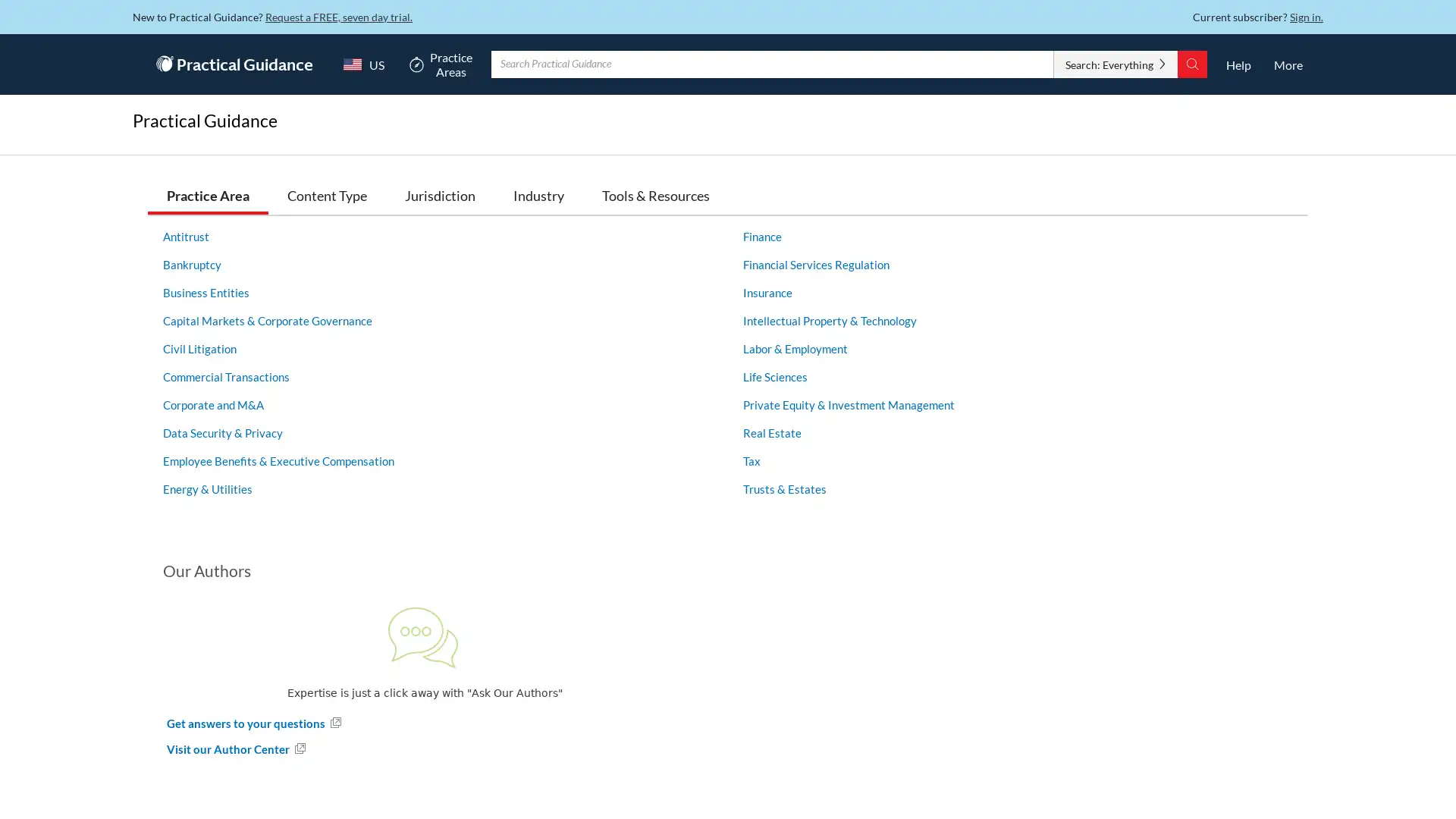  Describe the element at coordinates (1116, 63) in the screenshot. I see `Search: Everything` at that location.